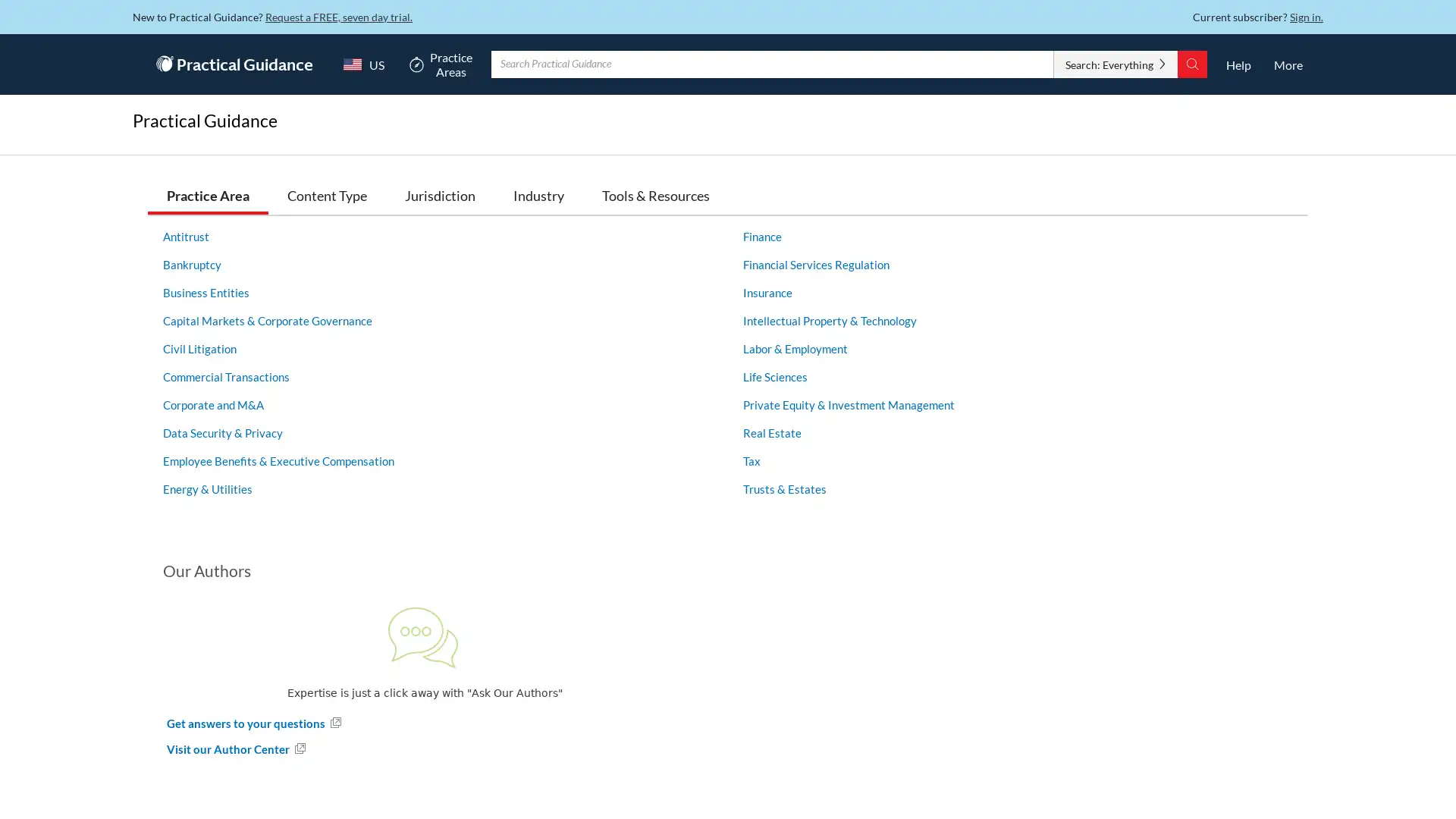  Describe the element at coordinates (1116, 63) in the screenshot. I see `Search: Everything` at that location.